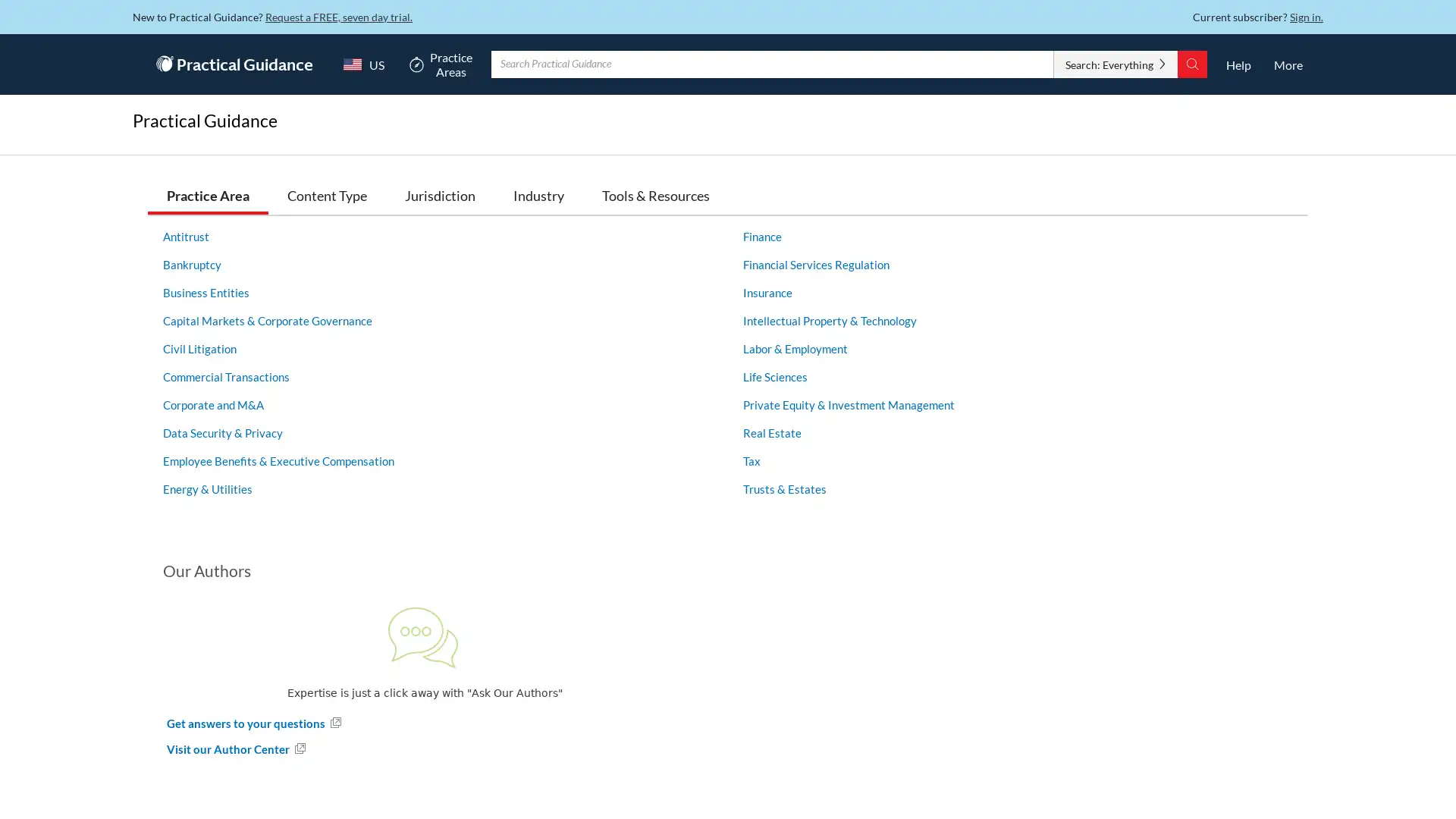  Describe the element at coordinates (1116, 63) in the screenshot. I see `Search: Everything` at that location.